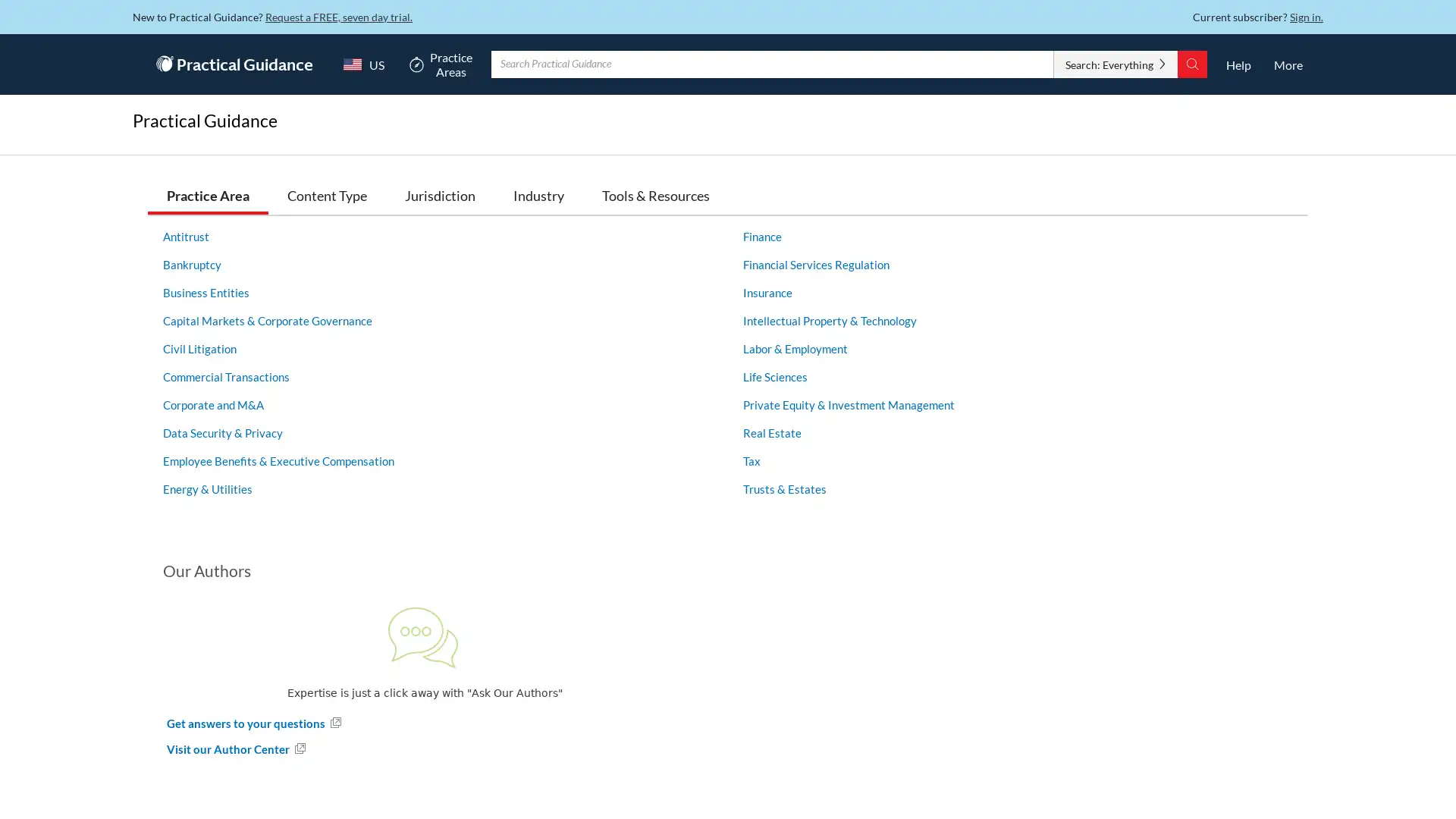  Describe the element at coordinates (1116, 63) in the screenshot. I see `Search: Everything` at that location.